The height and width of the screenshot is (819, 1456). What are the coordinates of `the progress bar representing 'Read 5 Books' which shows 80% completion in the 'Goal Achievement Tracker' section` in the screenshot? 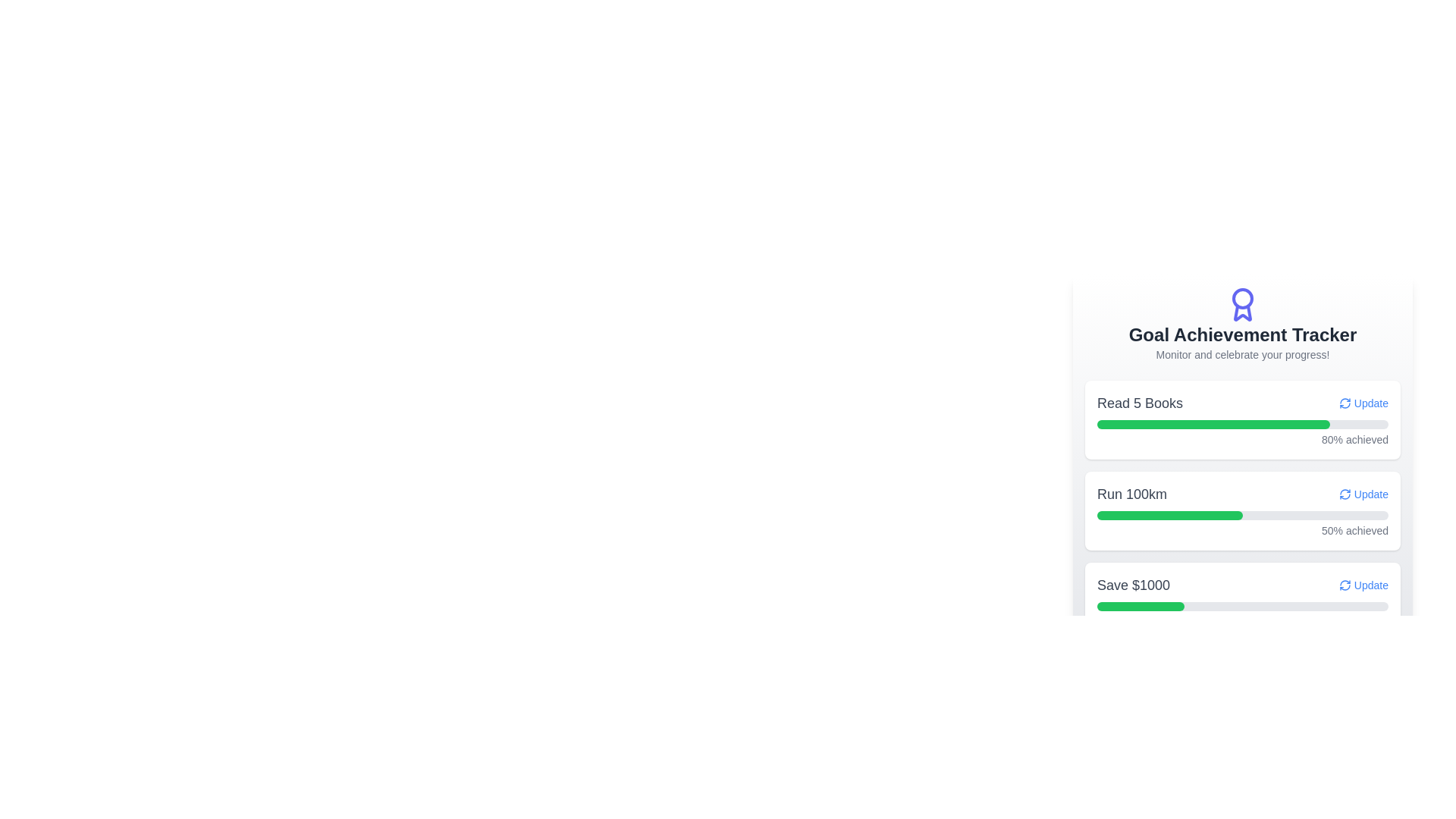 It's located at (1242, 435).